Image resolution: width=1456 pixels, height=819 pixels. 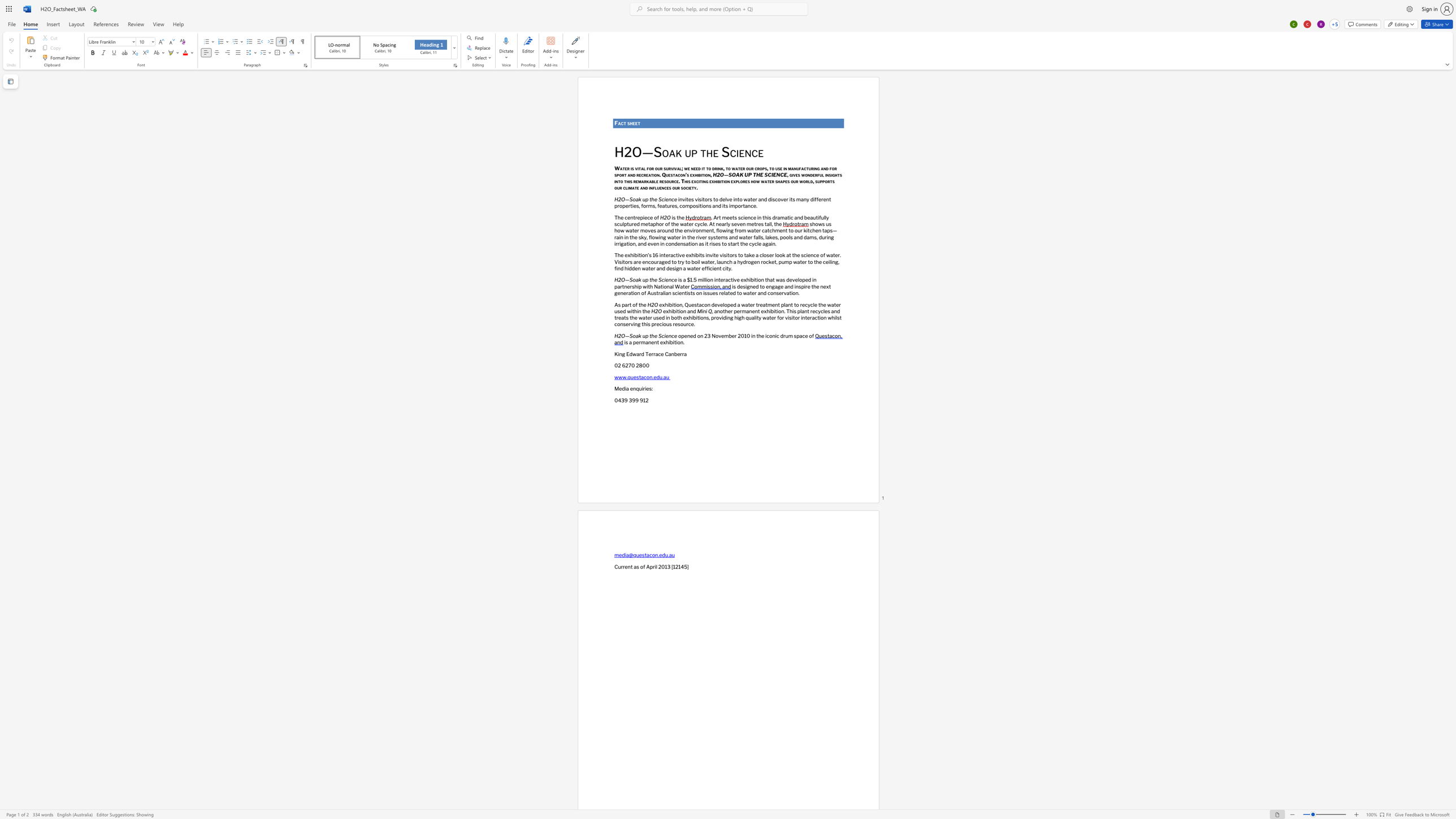 What do you see at coordinates (827, 255) in the screenshot?
I see `the 1th character "w" in the text` at bounding box center [827, 255].